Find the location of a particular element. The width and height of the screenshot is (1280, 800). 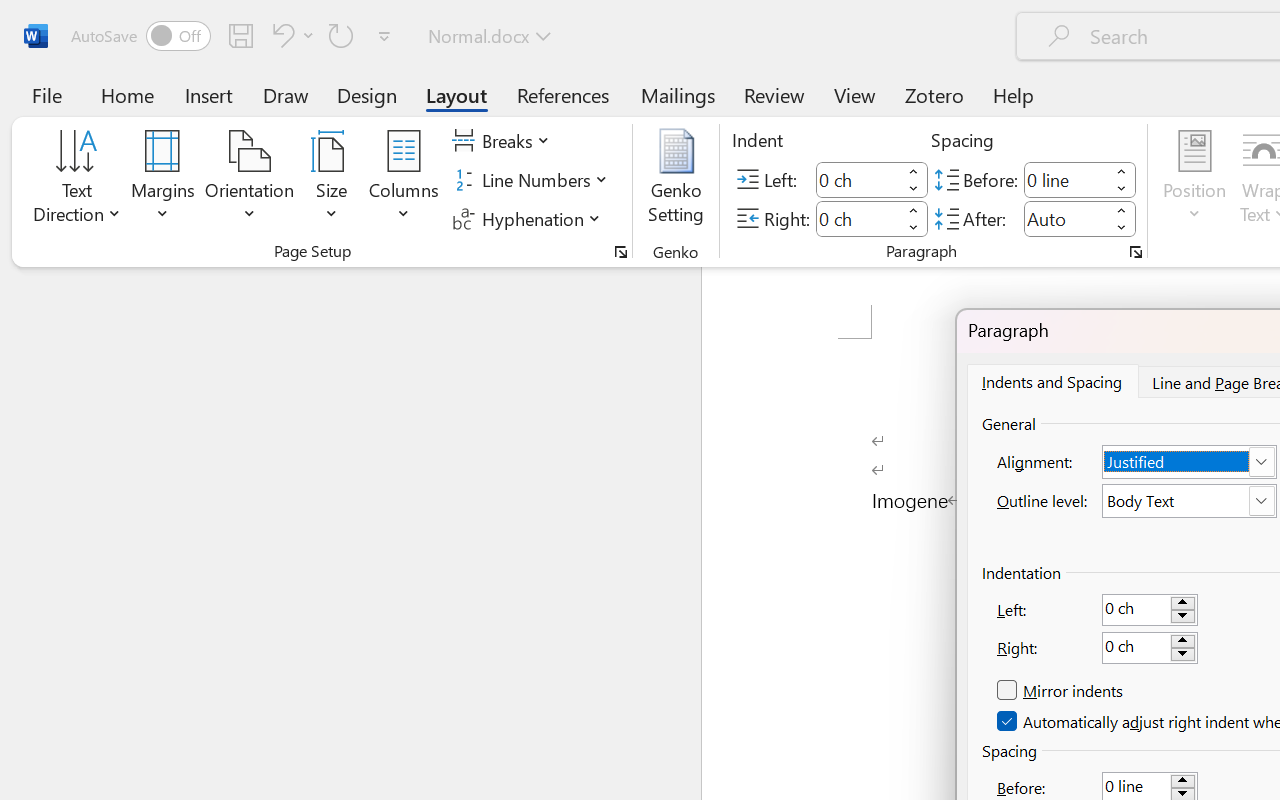

'Outline level:' is located at coordinates (1189, 500).